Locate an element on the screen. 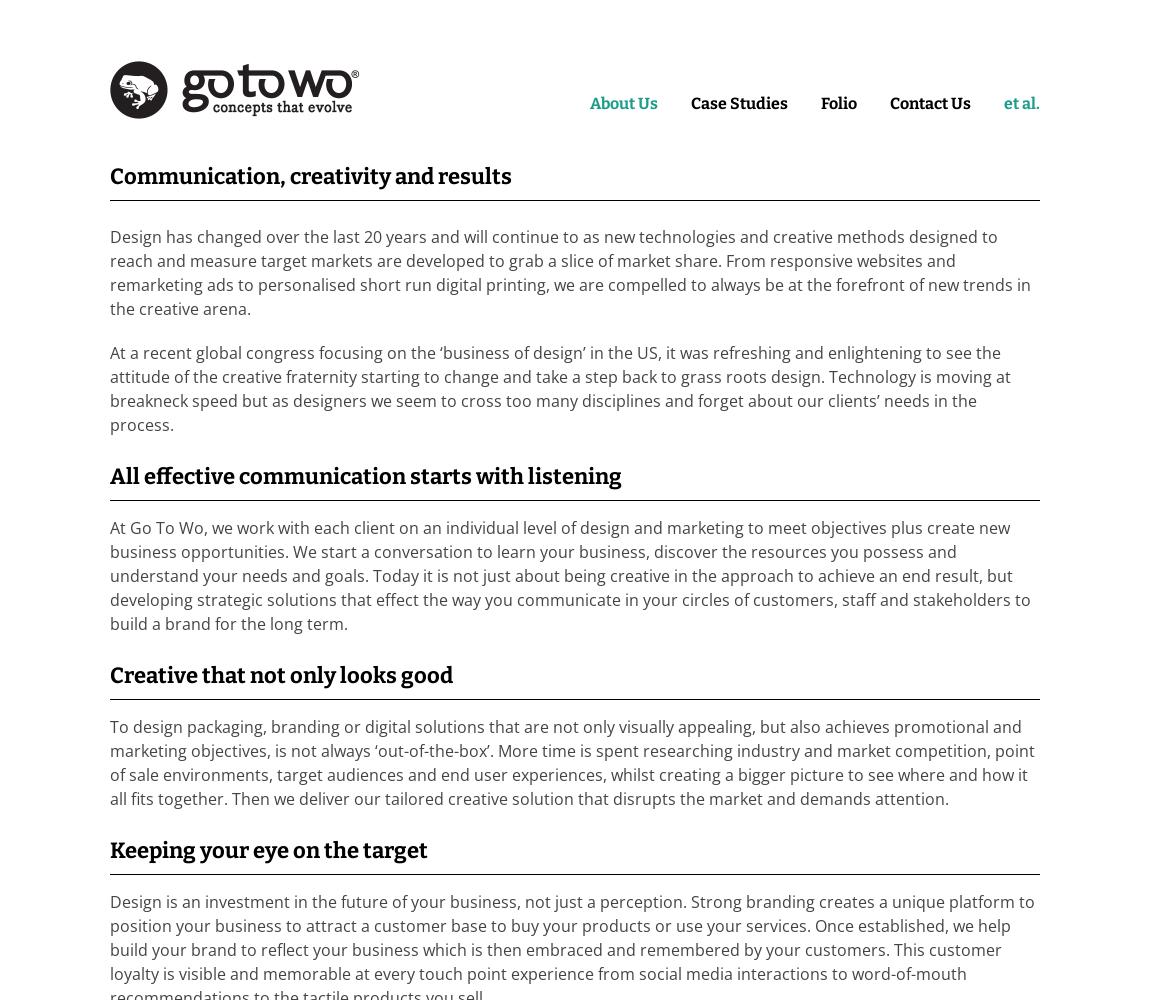  'Contact Us' is located at coordinates (930, 102).